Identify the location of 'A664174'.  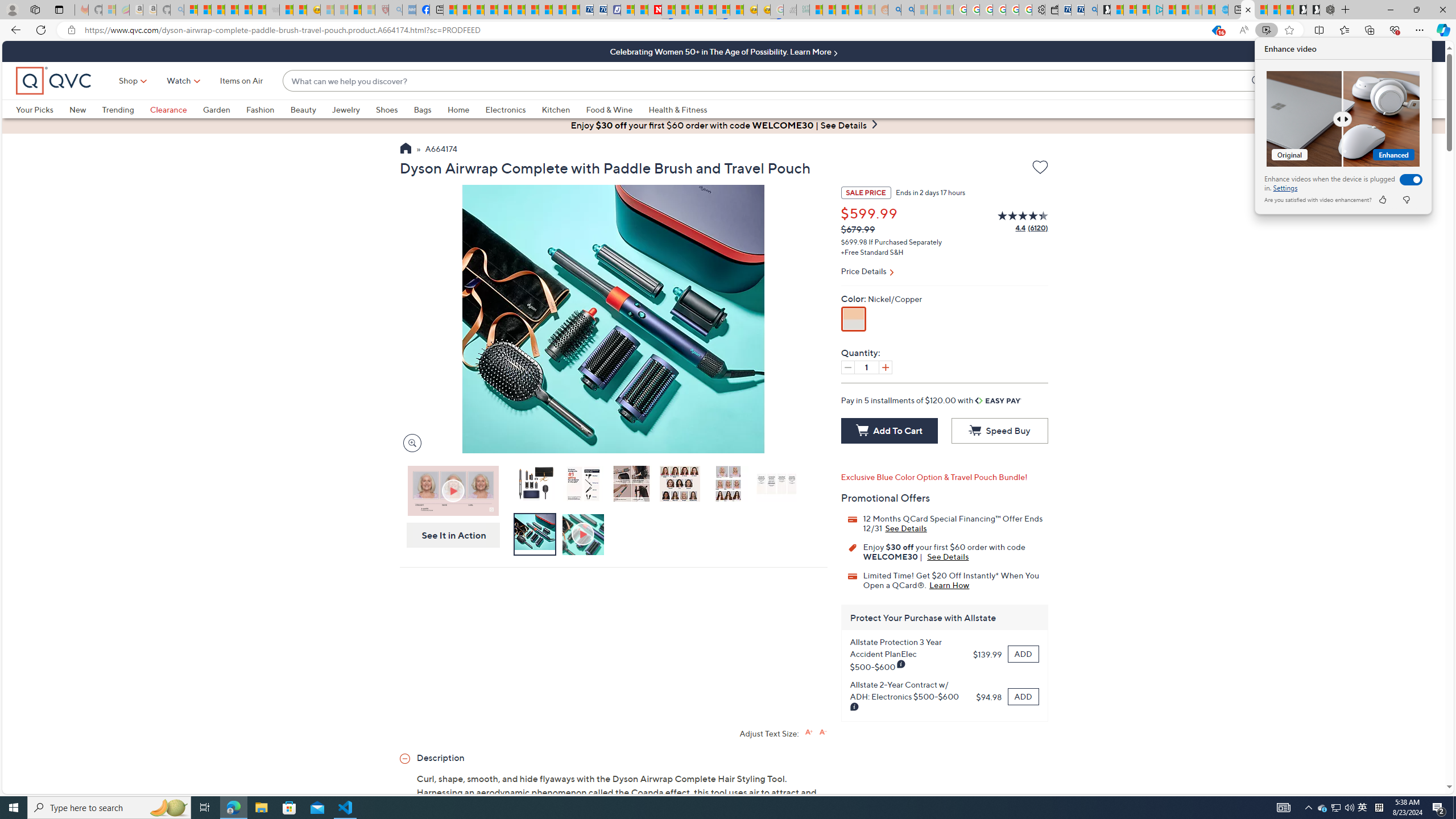
(440, 150).